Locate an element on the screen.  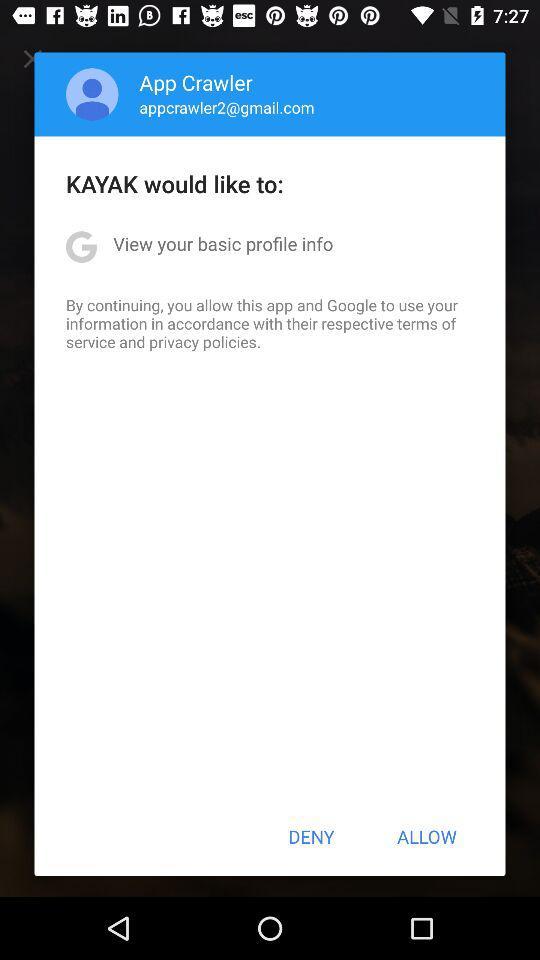
deny is located at coordinates (311, 836).